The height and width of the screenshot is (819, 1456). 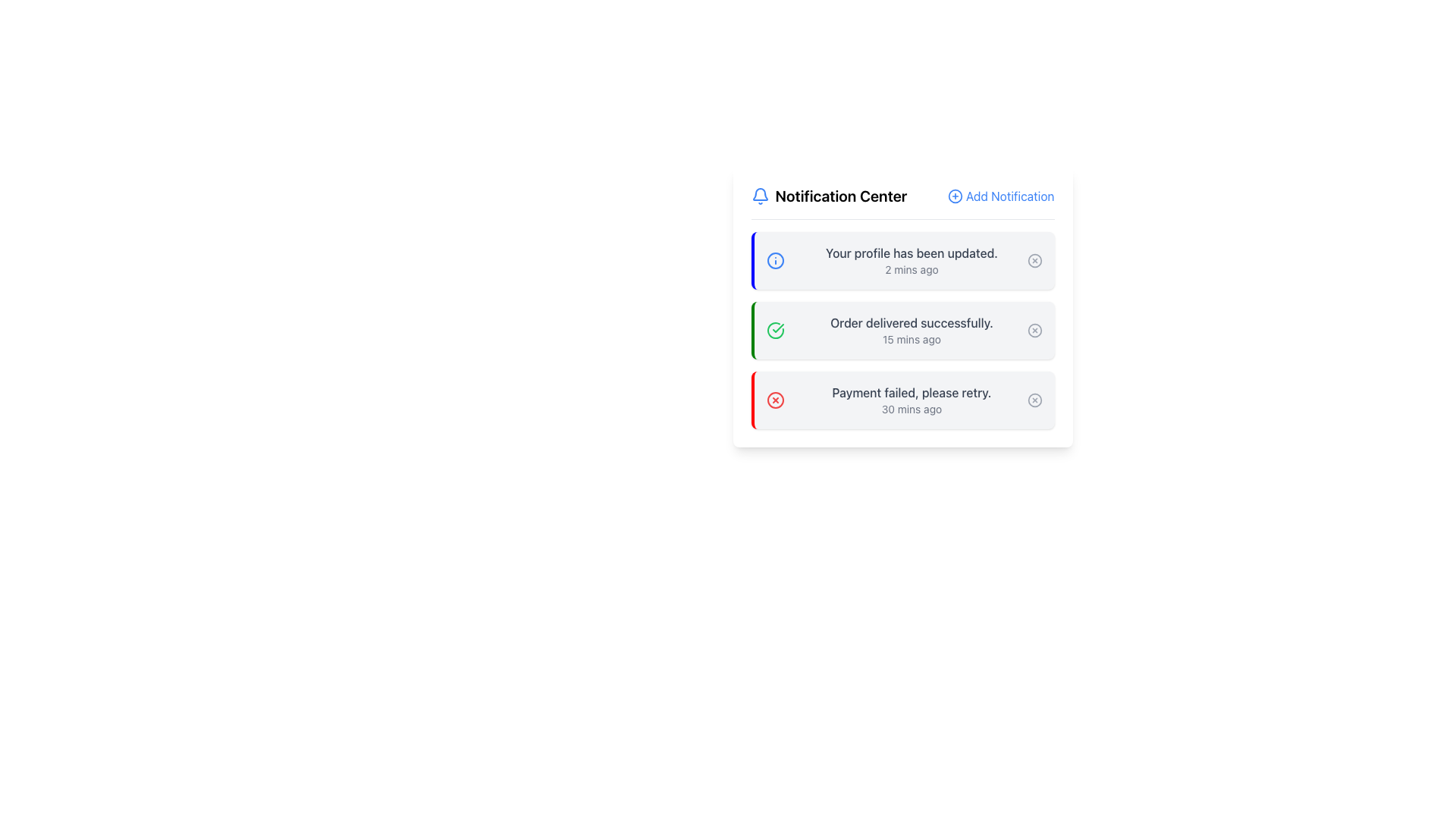 What do you see at coordinates (911, 400) in the screenshot?
I see `textual notification message indicating a failed transaction, located in the last notification card under 'Notification Center', below 'Order delivered successfully.'` at bounding box center [911, 400].